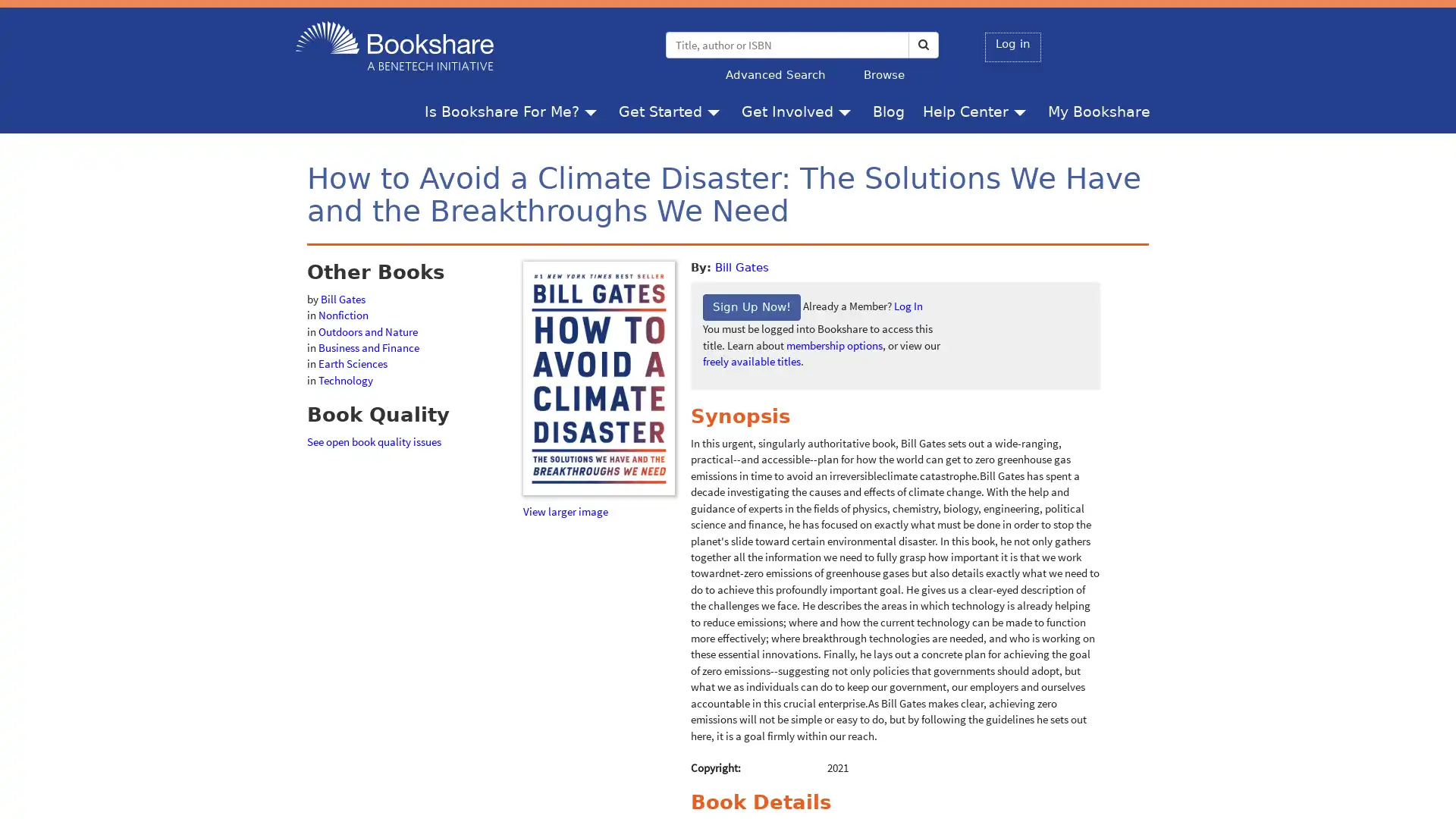 The image size is (1456, 819). I want to click on Search, so click(922, 43).